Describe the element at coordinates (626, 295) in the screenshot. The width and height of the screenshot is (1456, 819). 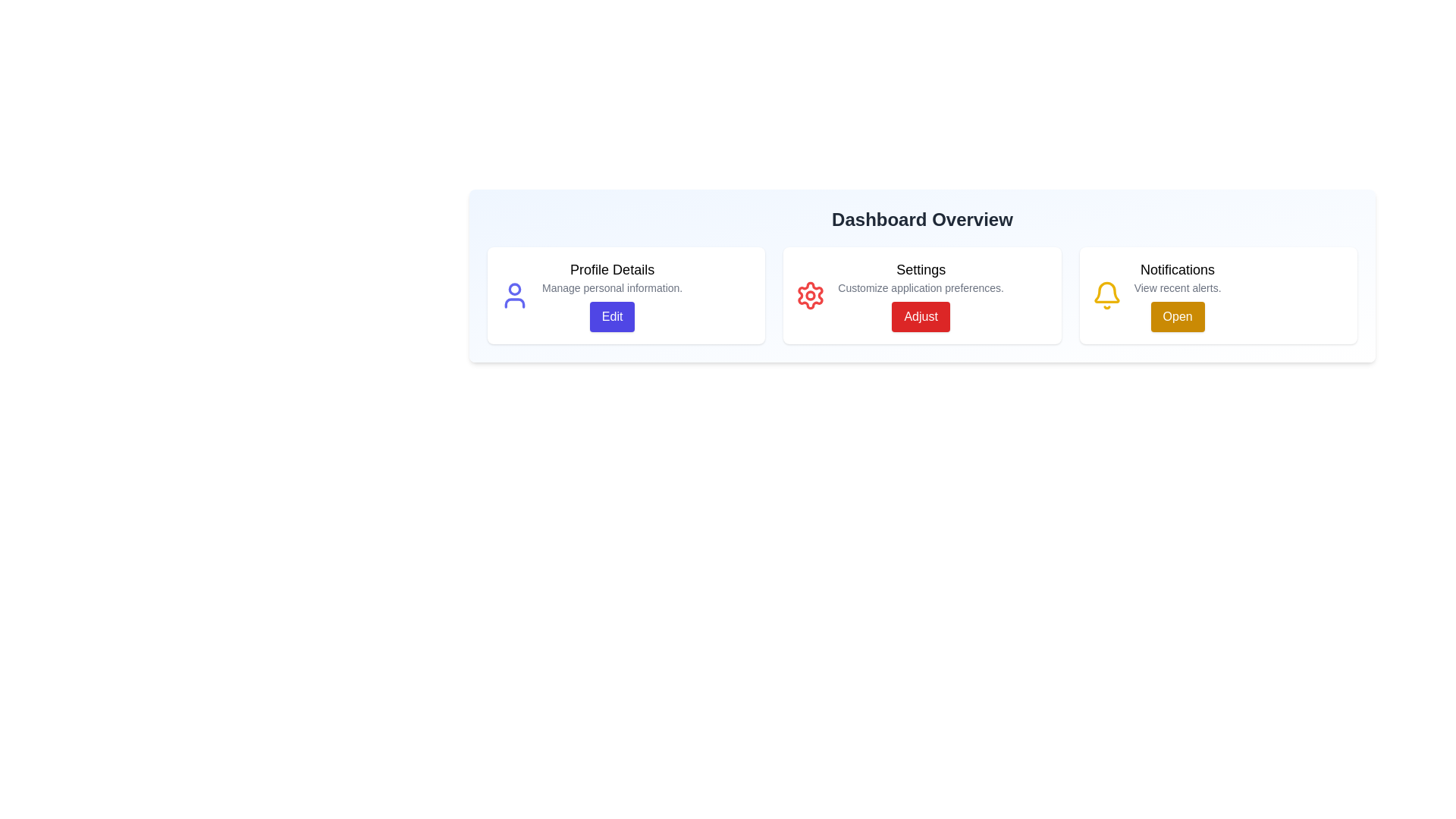
I see `the user's profile settings panel, which is represented by the leftmost composite interactive card in a grid layout below the 'Dashboard Overview' heading` at that location.